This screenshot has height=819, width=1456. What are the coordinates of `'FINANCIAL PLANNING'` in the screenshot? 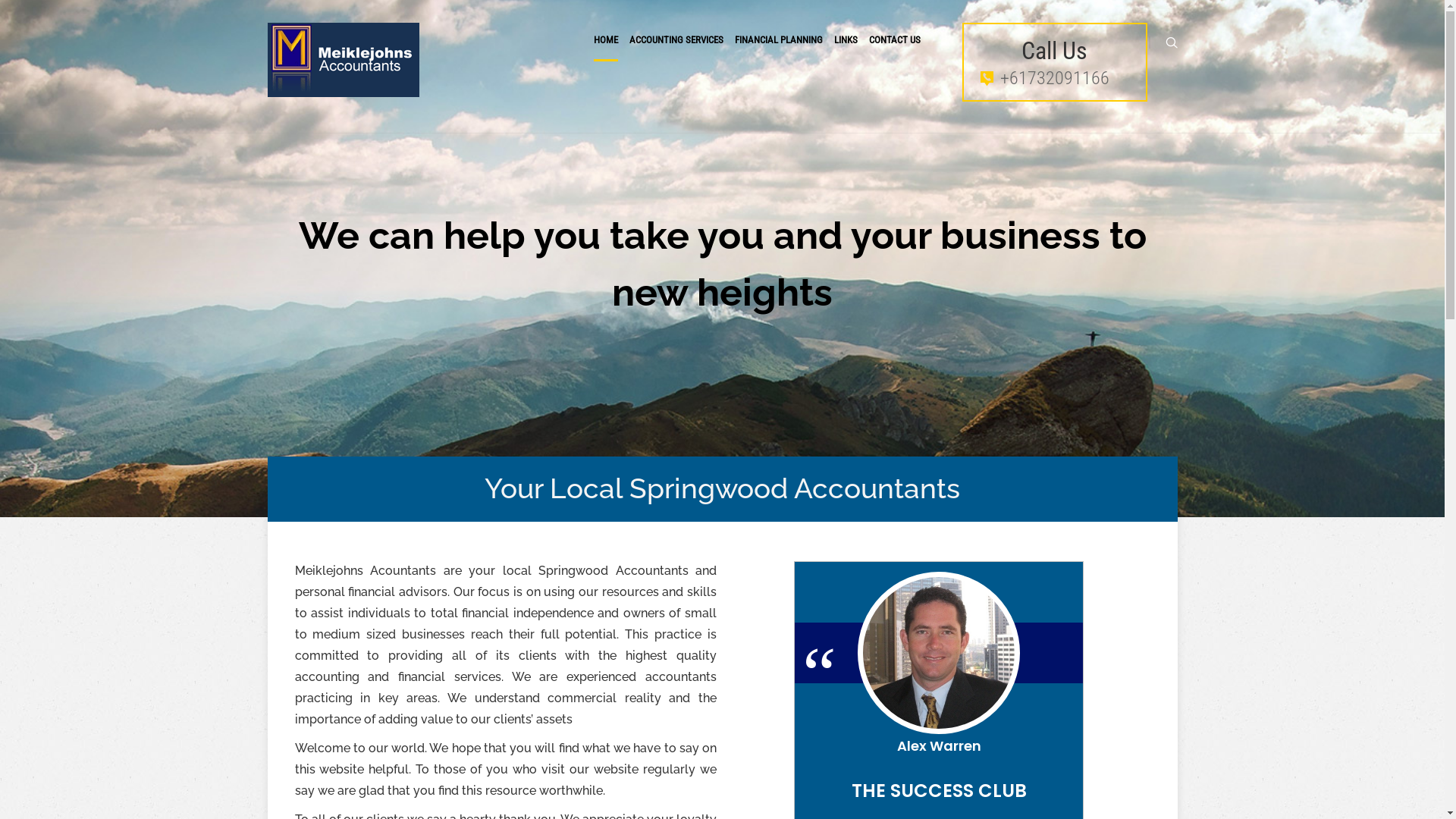 It's located at (778, 39).